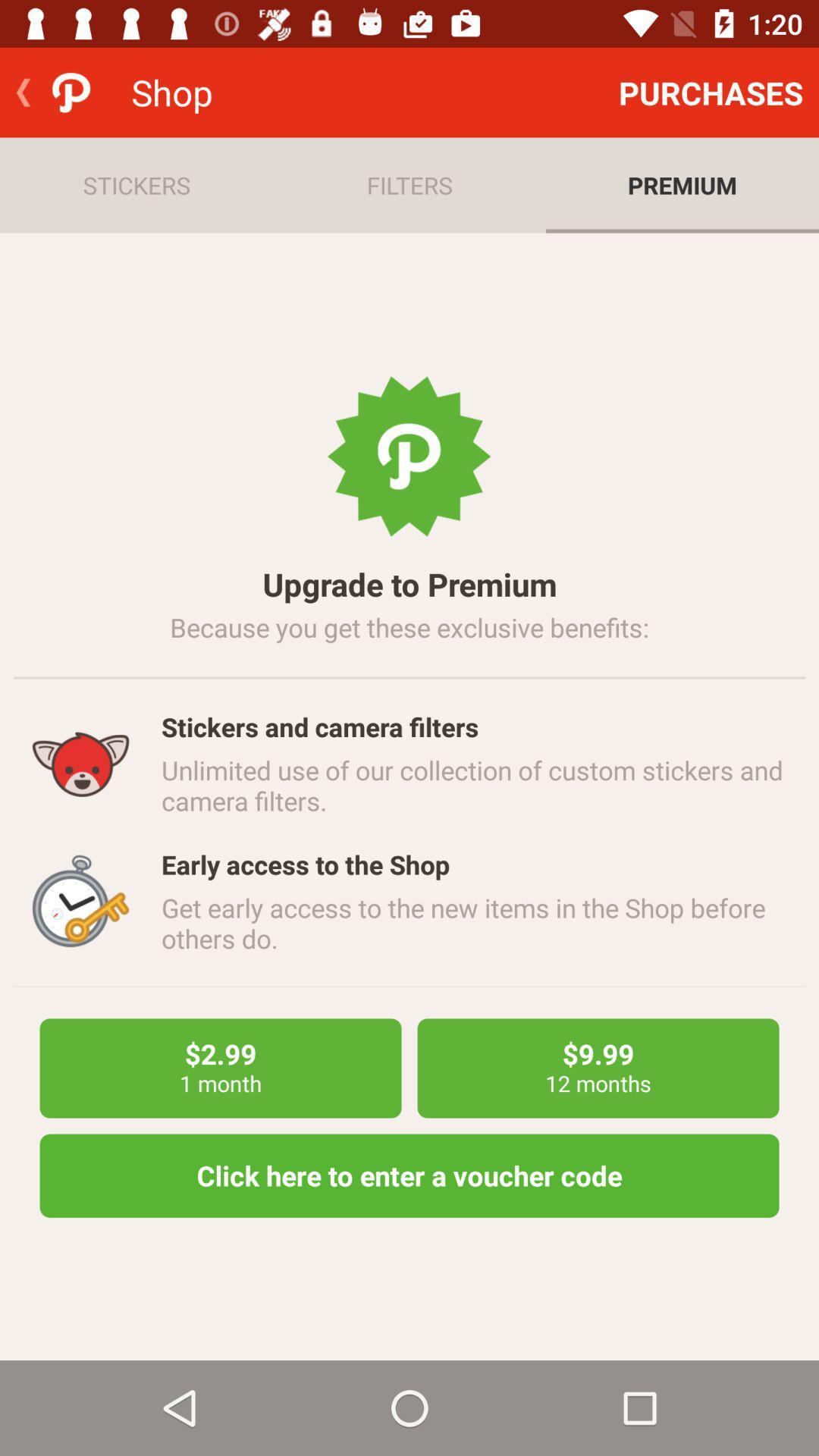 This screenshot has height=1456, width=819. Describe the element at coordinates (409, 1175) in the screenshot. I see `the click here to item` at that location.